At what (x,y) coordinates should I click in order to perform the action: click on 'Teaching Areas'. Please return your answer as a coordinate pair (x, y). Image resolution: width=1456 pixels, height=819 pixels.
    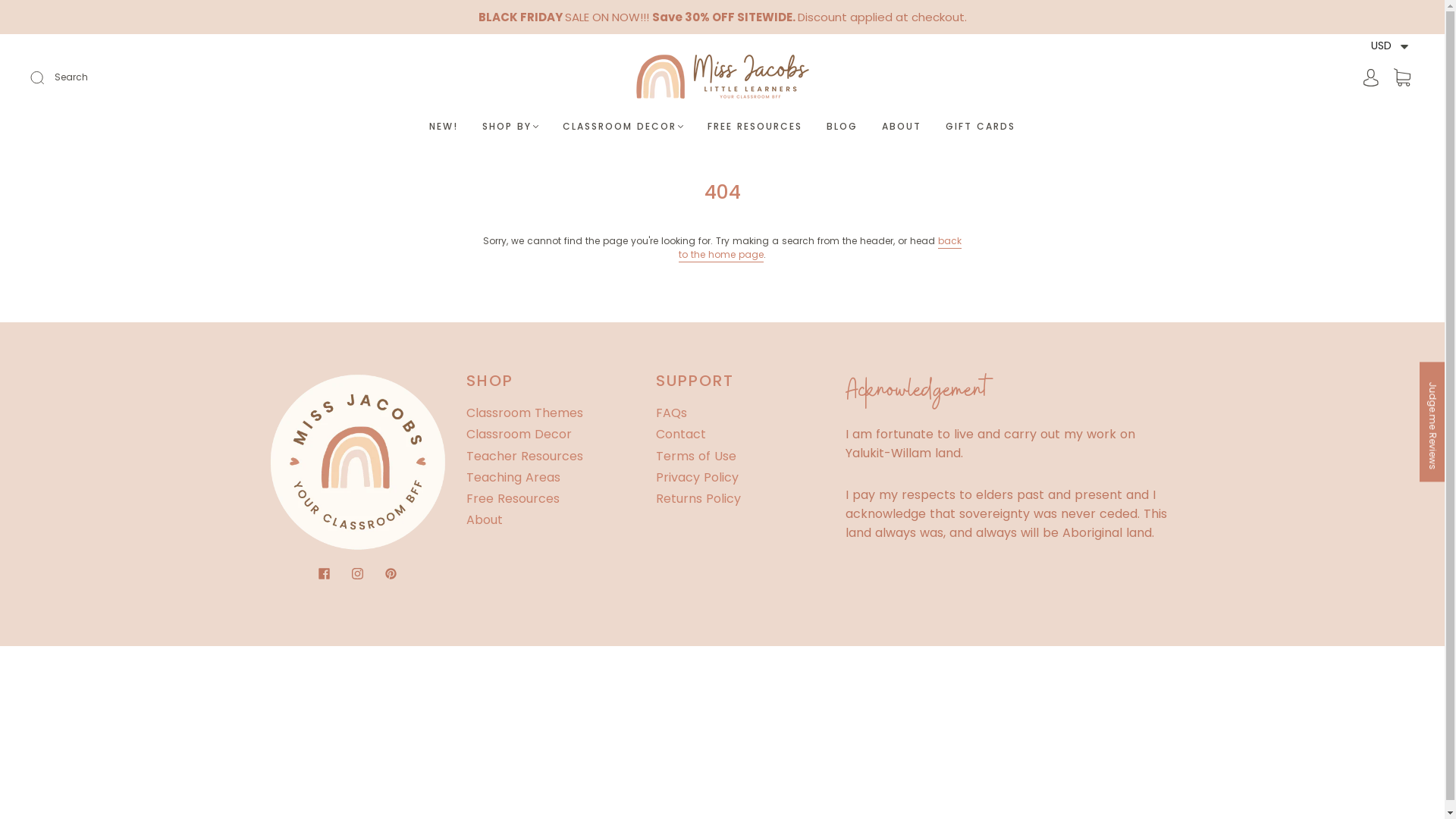
    Looking at the image, I should click on (465, 476).